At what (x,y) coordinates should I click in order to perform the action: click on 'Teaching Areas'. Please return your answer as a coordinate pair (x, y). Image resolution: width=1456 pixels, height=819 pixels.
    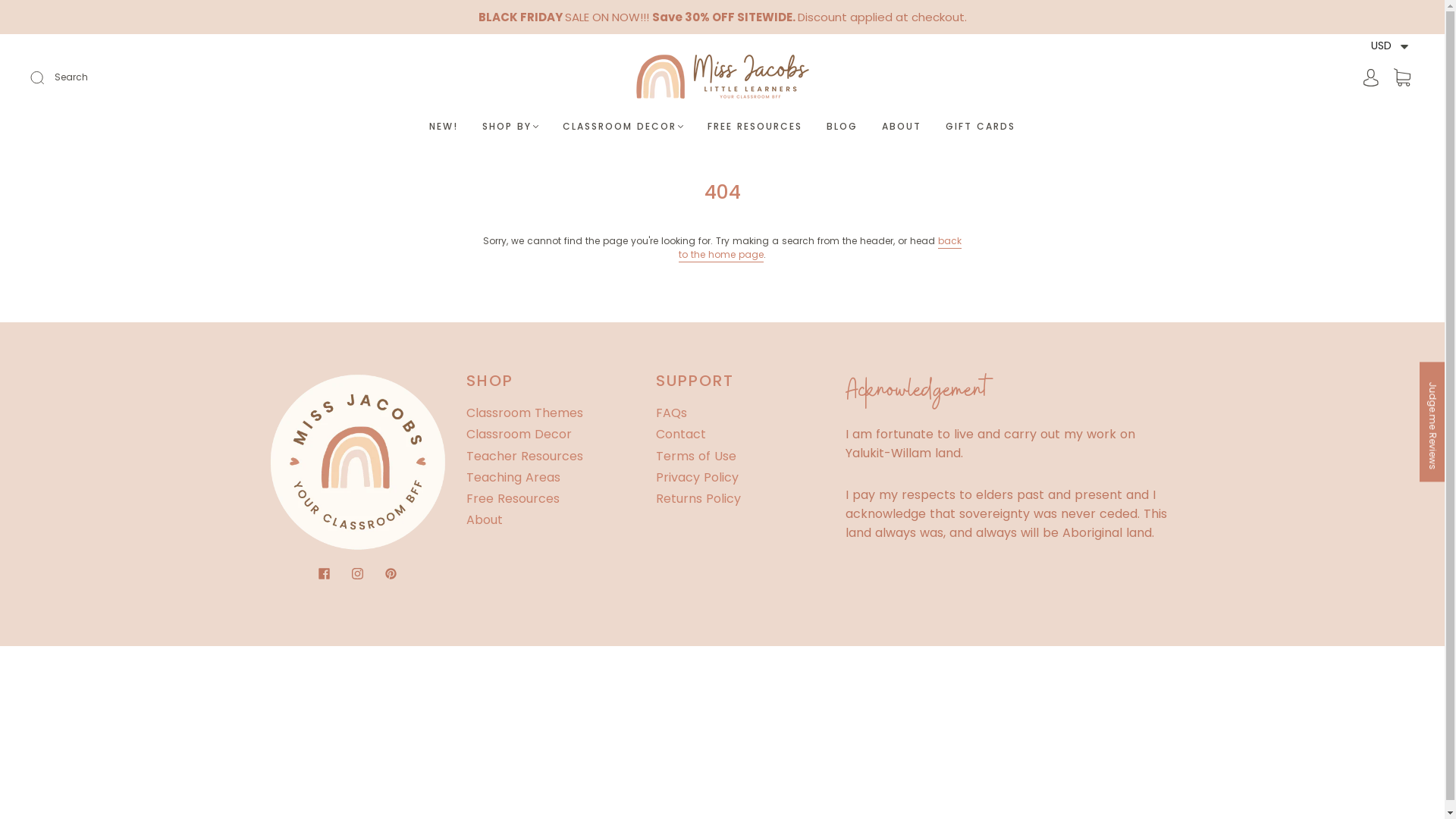
    Looking at the image, I should click on (465, 476).